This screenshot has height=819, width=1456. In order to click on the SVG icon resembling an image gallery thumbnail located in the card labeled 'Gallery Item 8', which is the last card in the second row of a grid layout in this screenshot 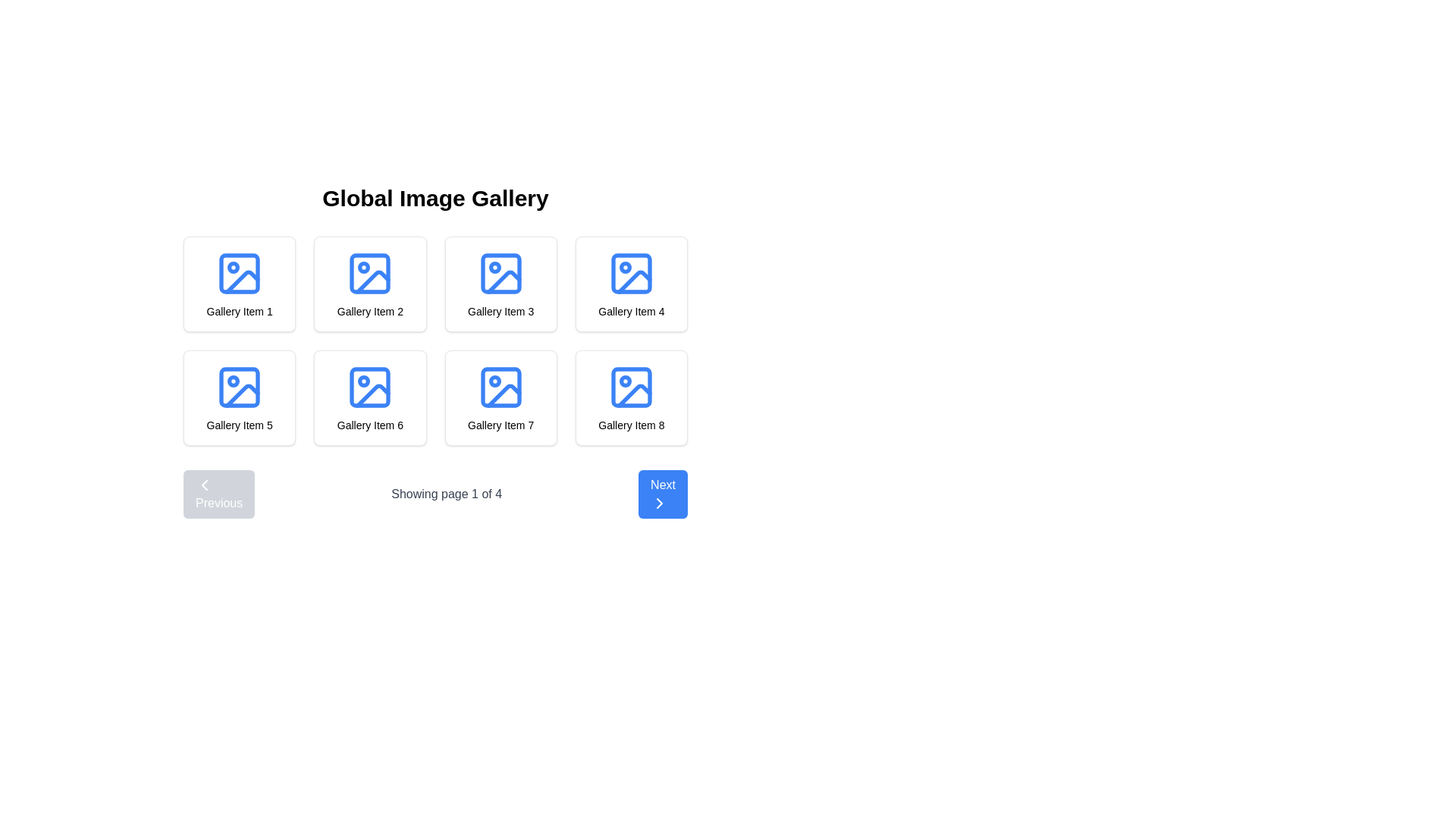, I will do `click(631, 386)`.